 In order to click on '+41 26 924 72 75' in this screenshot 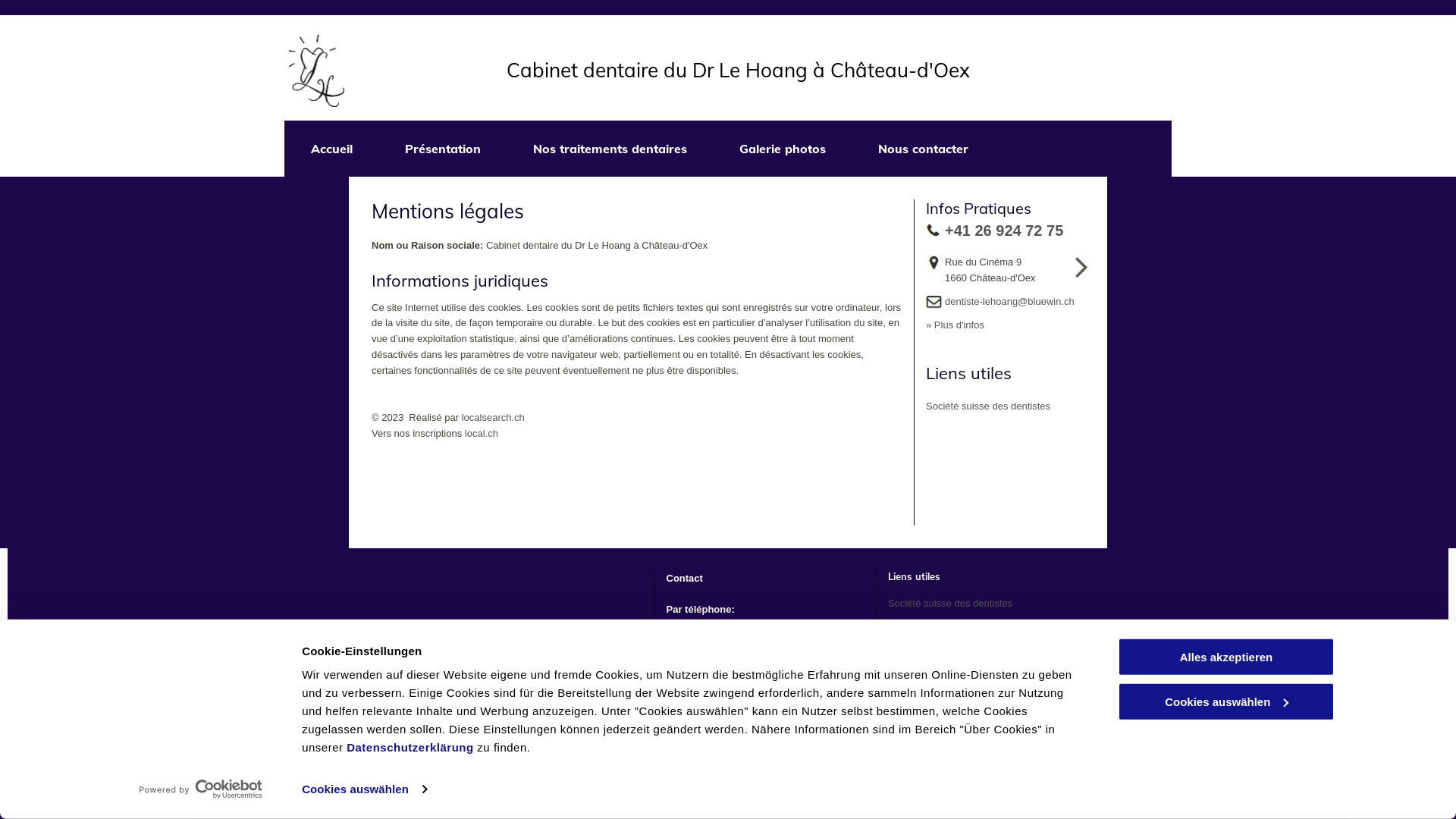, I will do `click(1004, 231)`.